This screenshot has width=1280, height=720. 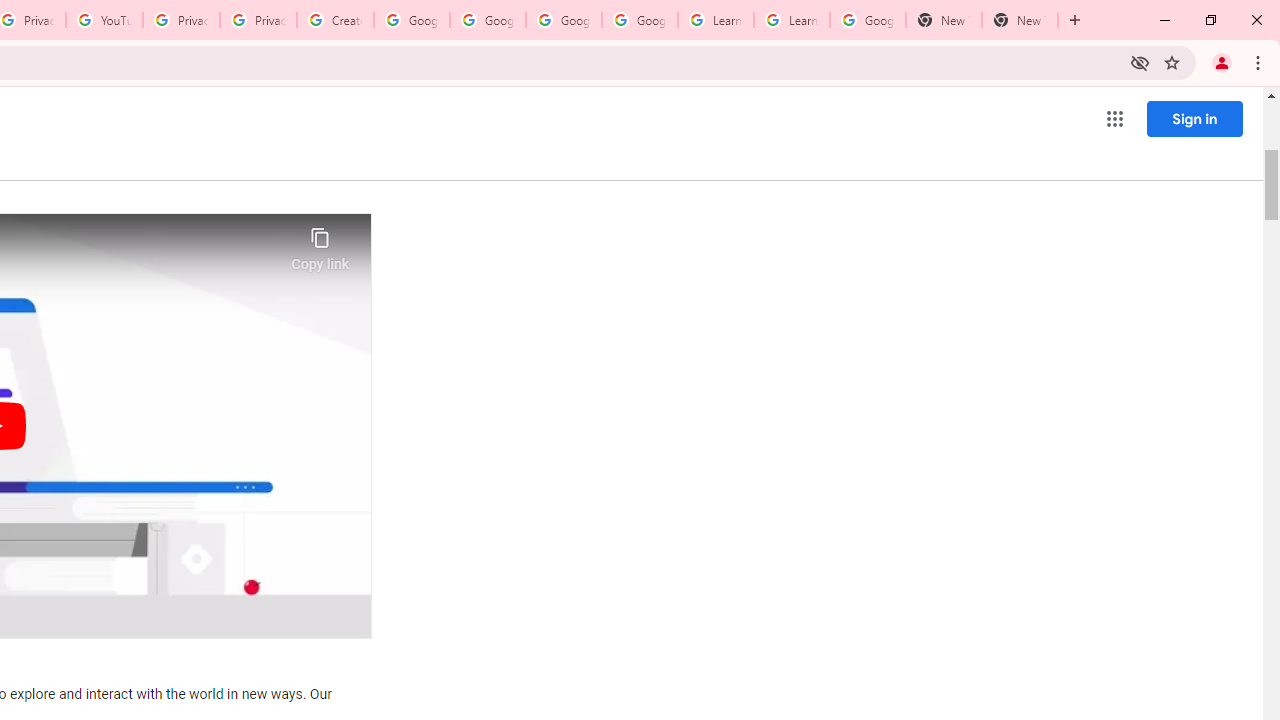 What do you see at coordinates (320, 243) in the screenshot?
I see `'Copy link'` at bounding box center [320, 243].